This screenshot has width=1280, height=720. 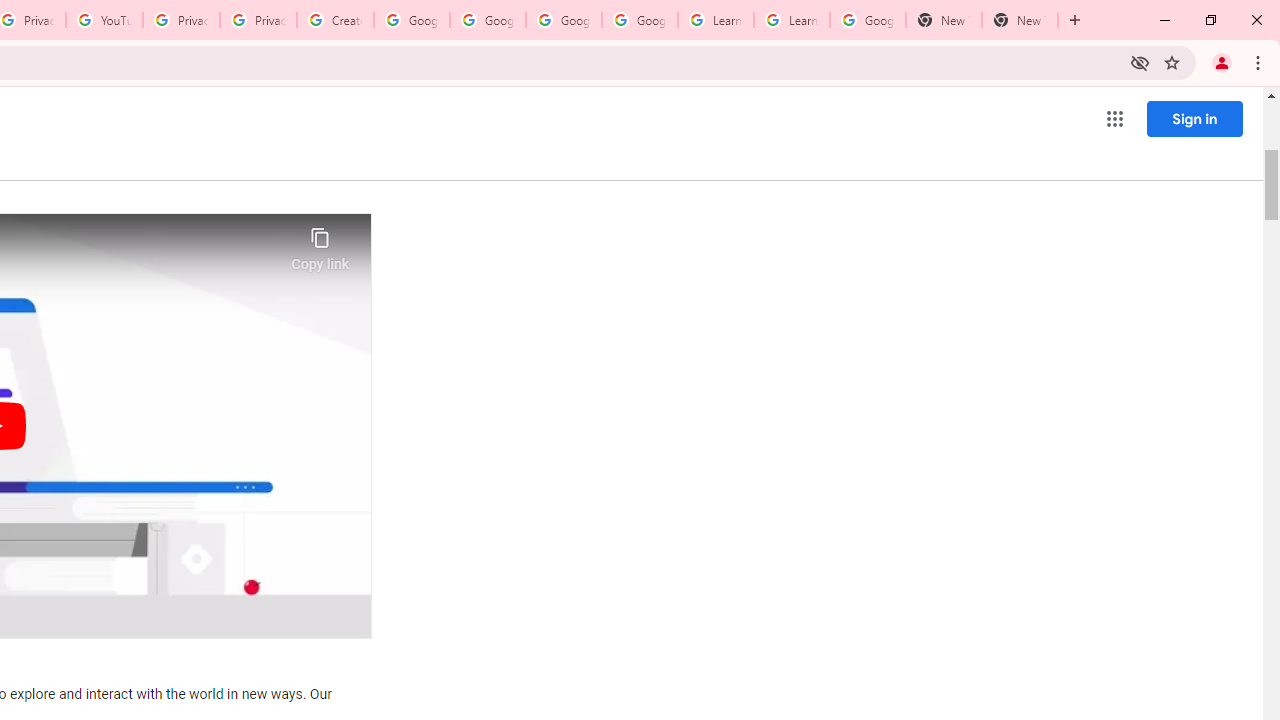 What do you see at coordinates (320, 243) in the screenshot?
I see `'Copy link'` at bounding box center [320, 243].